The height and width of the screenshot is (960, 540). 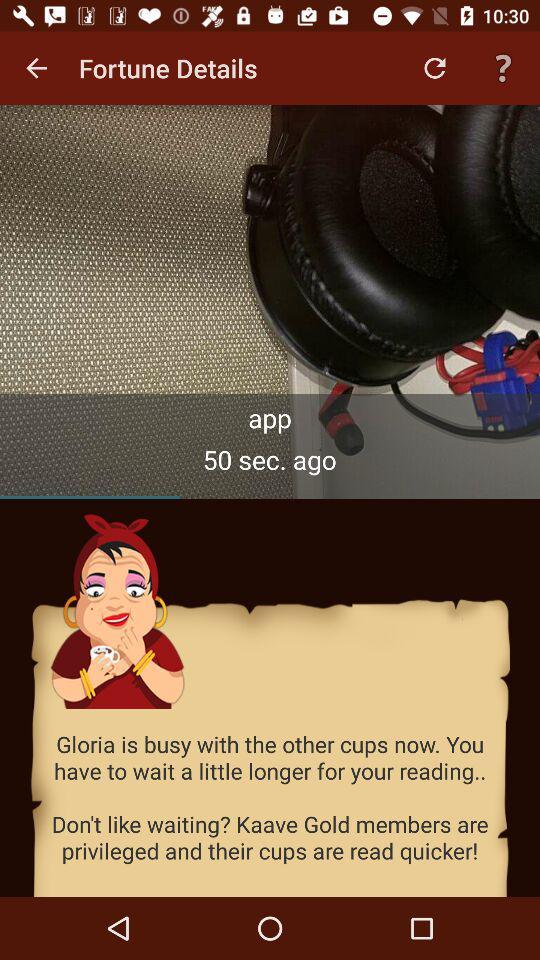 What do you see at coordinates (36, 68) in the screenshot?
I see `the app to the left of the fortune details app` at bounding box center [36, 68].